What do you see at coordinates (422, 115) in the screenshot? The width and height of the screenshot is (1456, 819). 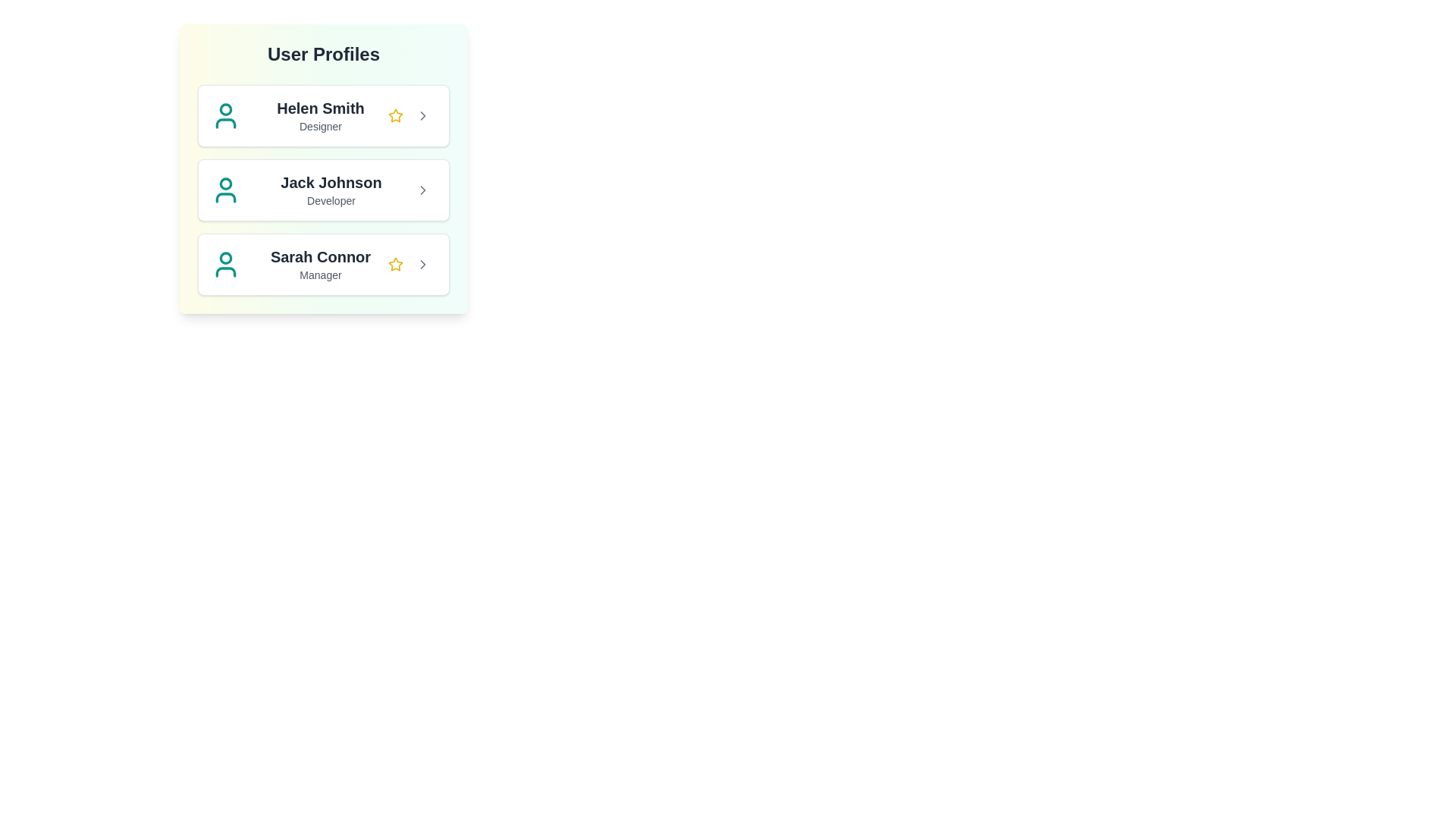 I see `the arrow button of the profile corresponding to Helen Smith` at bounding box center [422, 115].